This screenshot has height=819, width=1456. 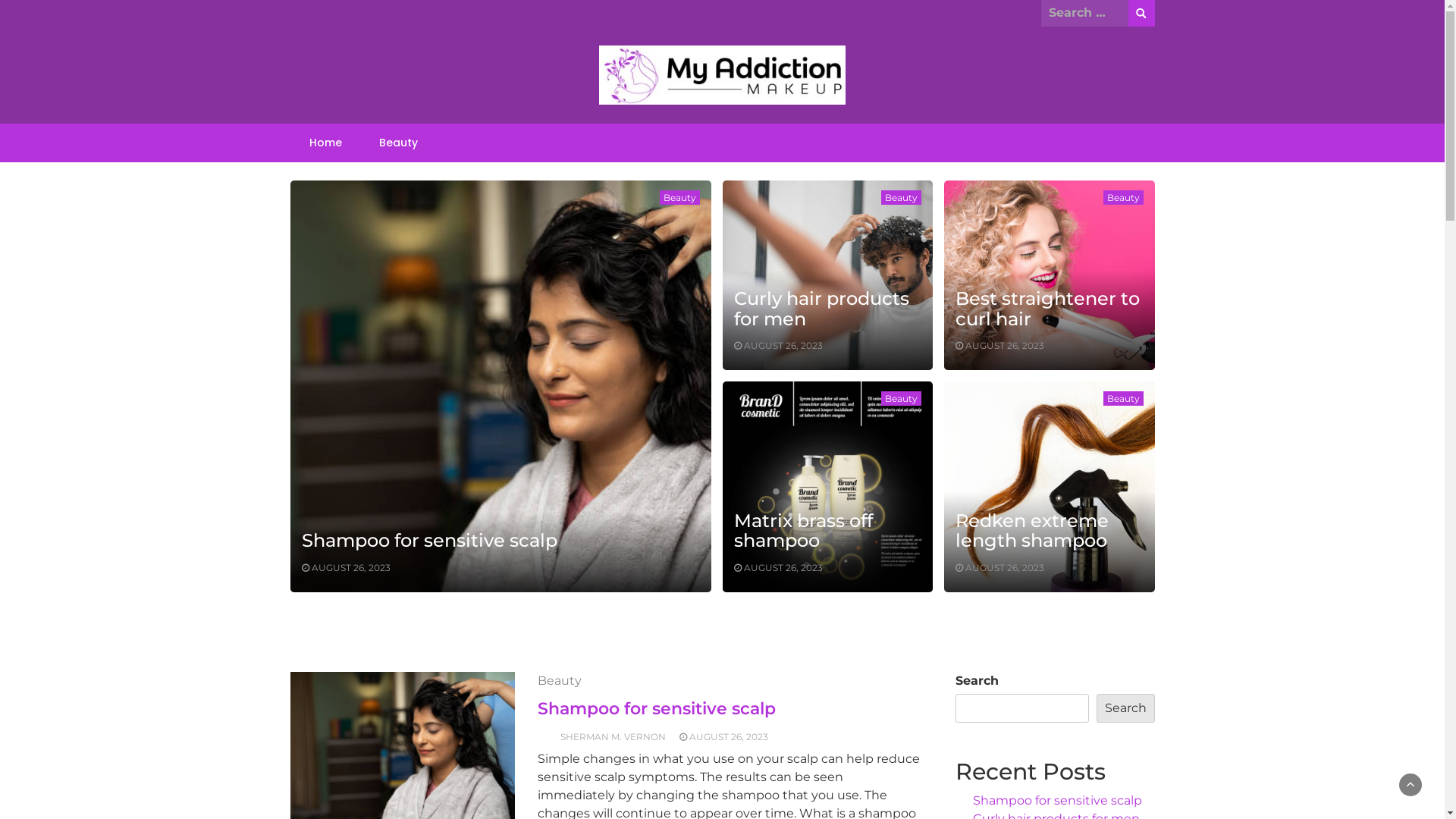 What do you see at coordinates (613, 736) in the screenshot?
I see `'SHERMAN M. VERNON'` at bounding box center [613, 736].